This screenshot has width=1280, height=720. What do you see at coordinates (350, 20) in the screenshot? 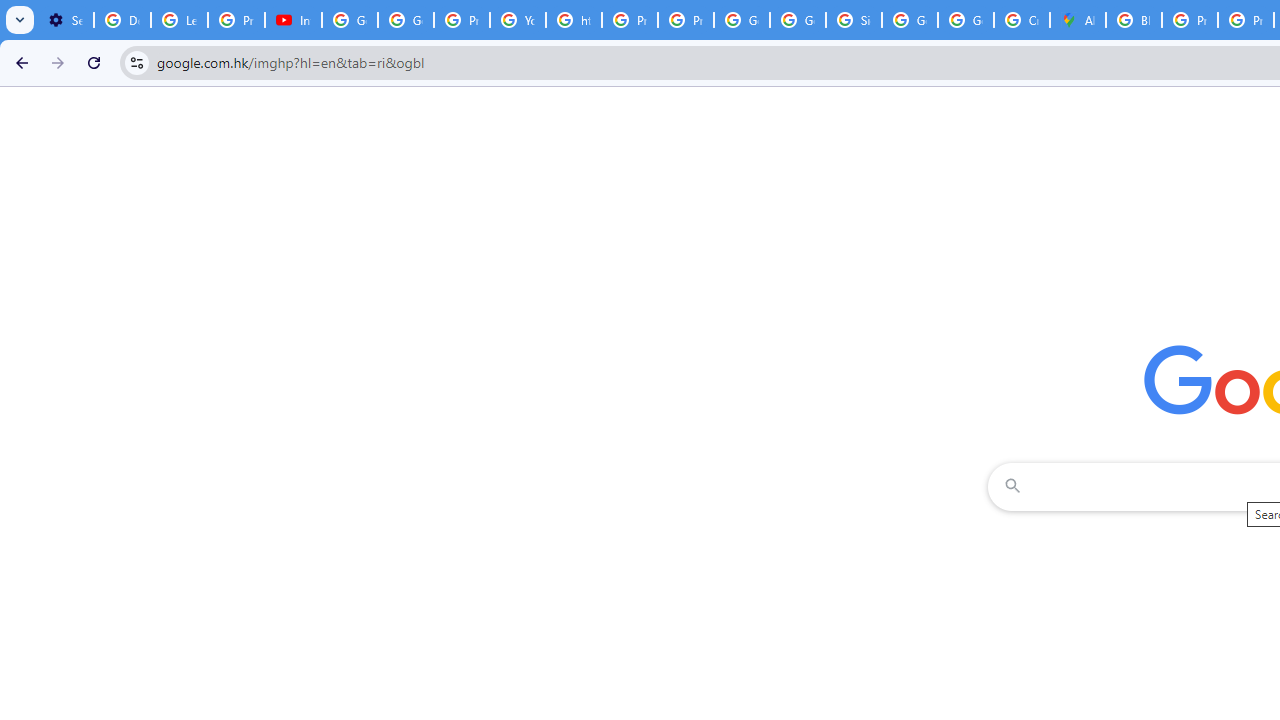
I see `'Google Account Help'` at bounding box center [350, 20].